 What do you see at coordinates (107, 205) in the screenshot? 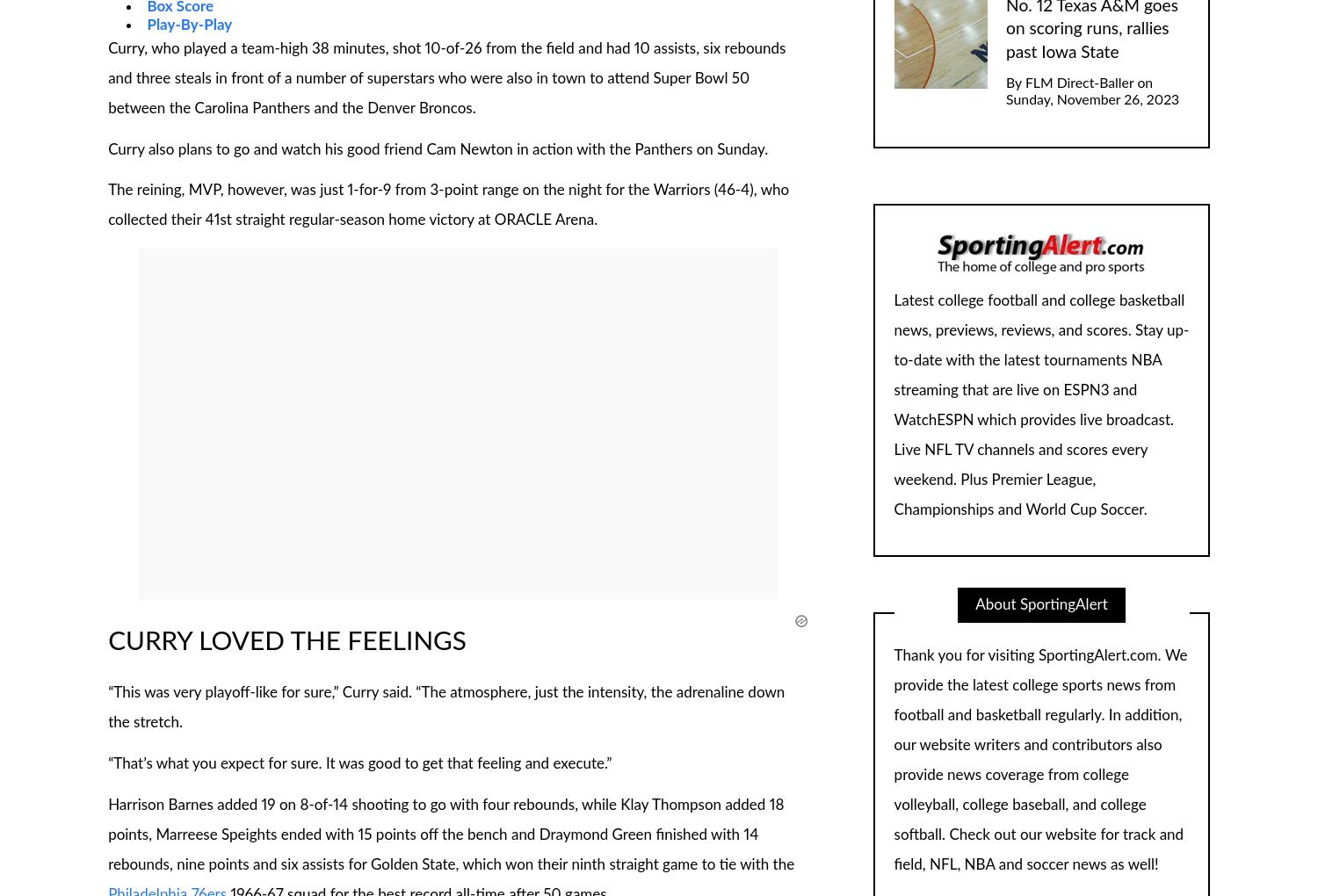
I see `'The reining, MVP, however, was just 1-for-9 from 3-point range on the night for the Warriors (46-4), who collected their 41st straight regular-season home victory at ORACLE Arena.'` at bounding box center [107, 205].